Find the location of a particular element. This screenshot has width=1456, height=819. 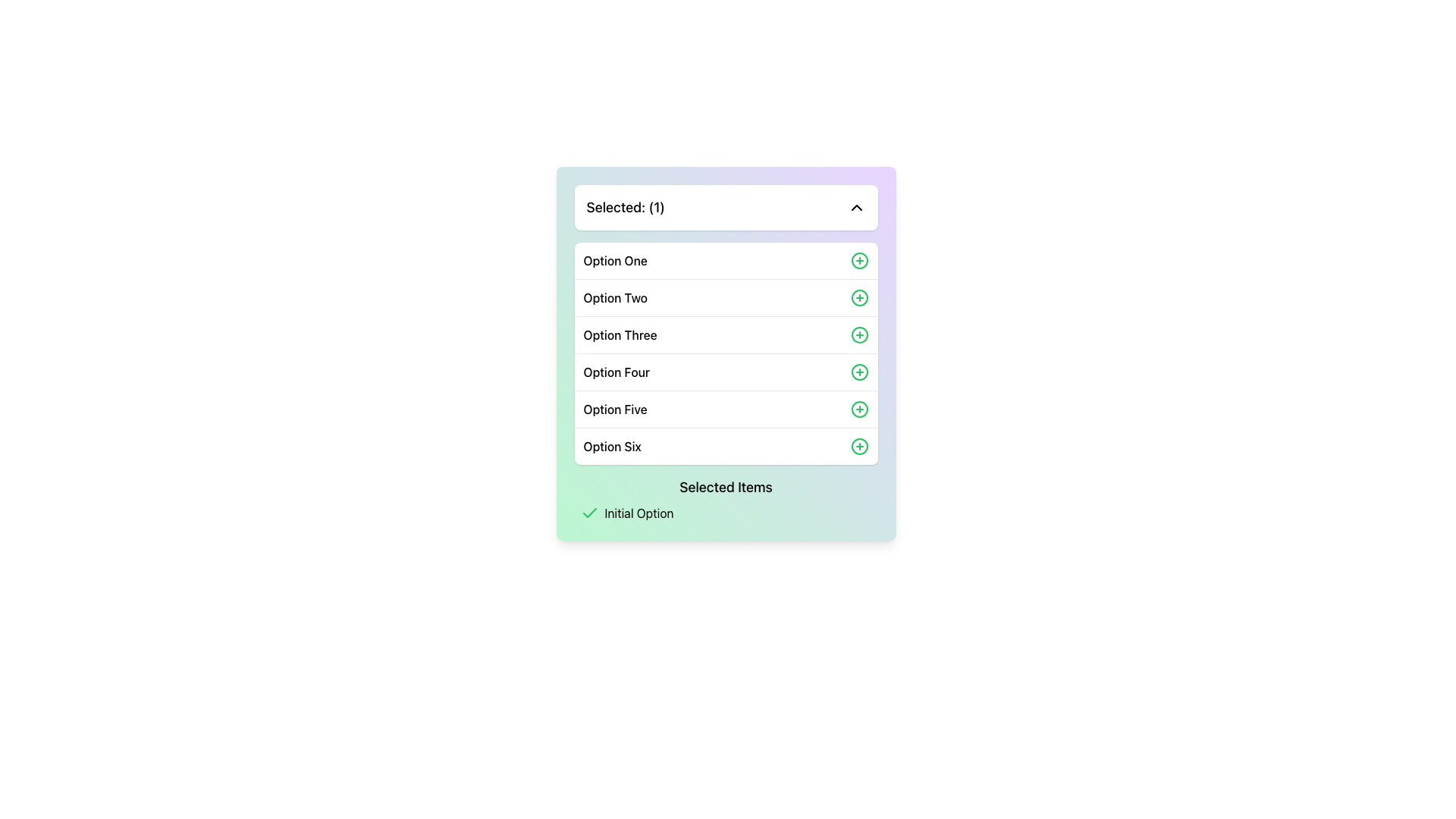

the action button icon located to the right of the label 'Option Two' in the vertically ordered list is located at coordinates (859, 298).